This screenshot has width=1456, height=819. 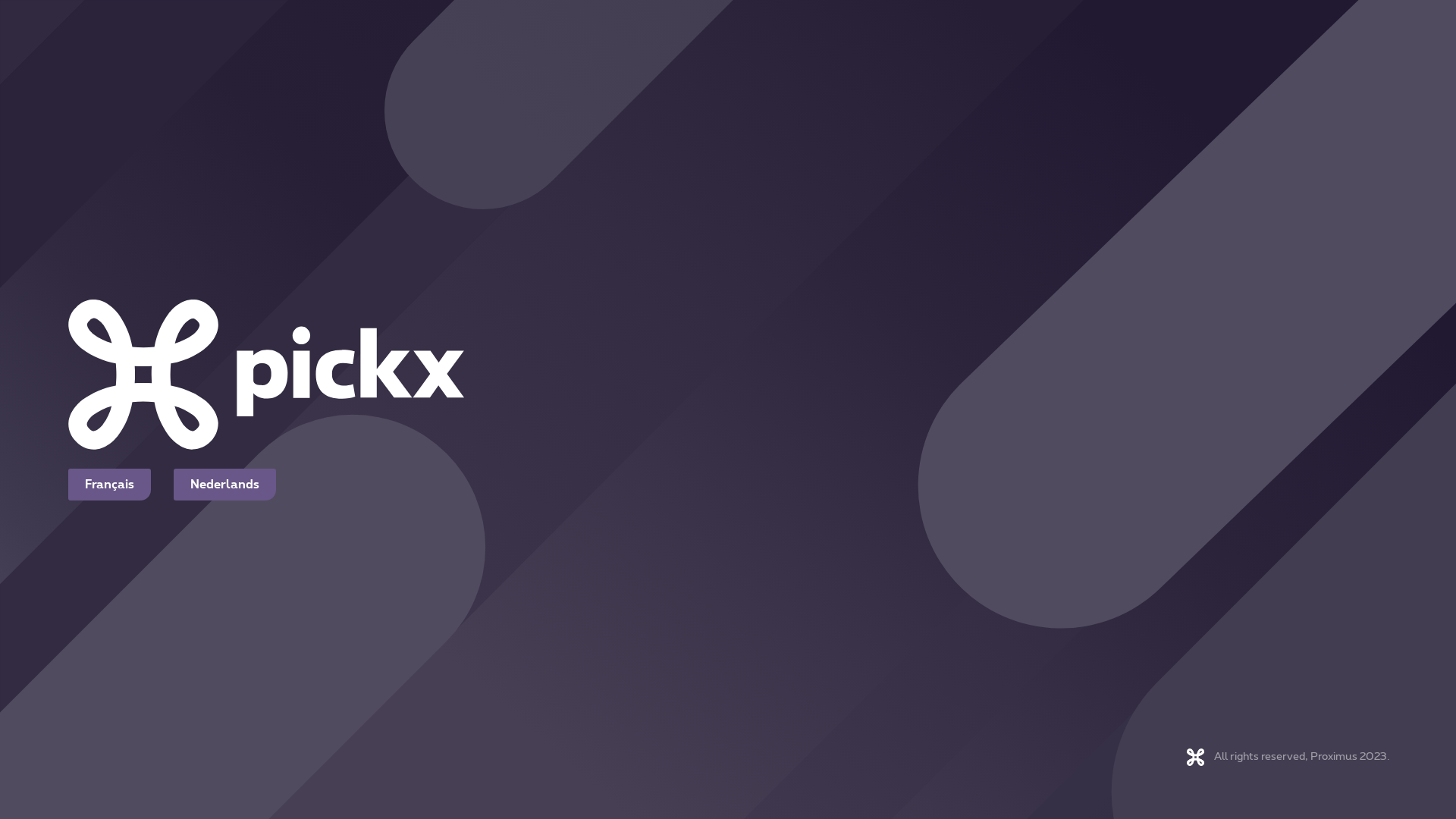 What do you see at coordinates (224, 485) in the screenshot?
I see `'Nederlands'` at bounding box center [224, 485].